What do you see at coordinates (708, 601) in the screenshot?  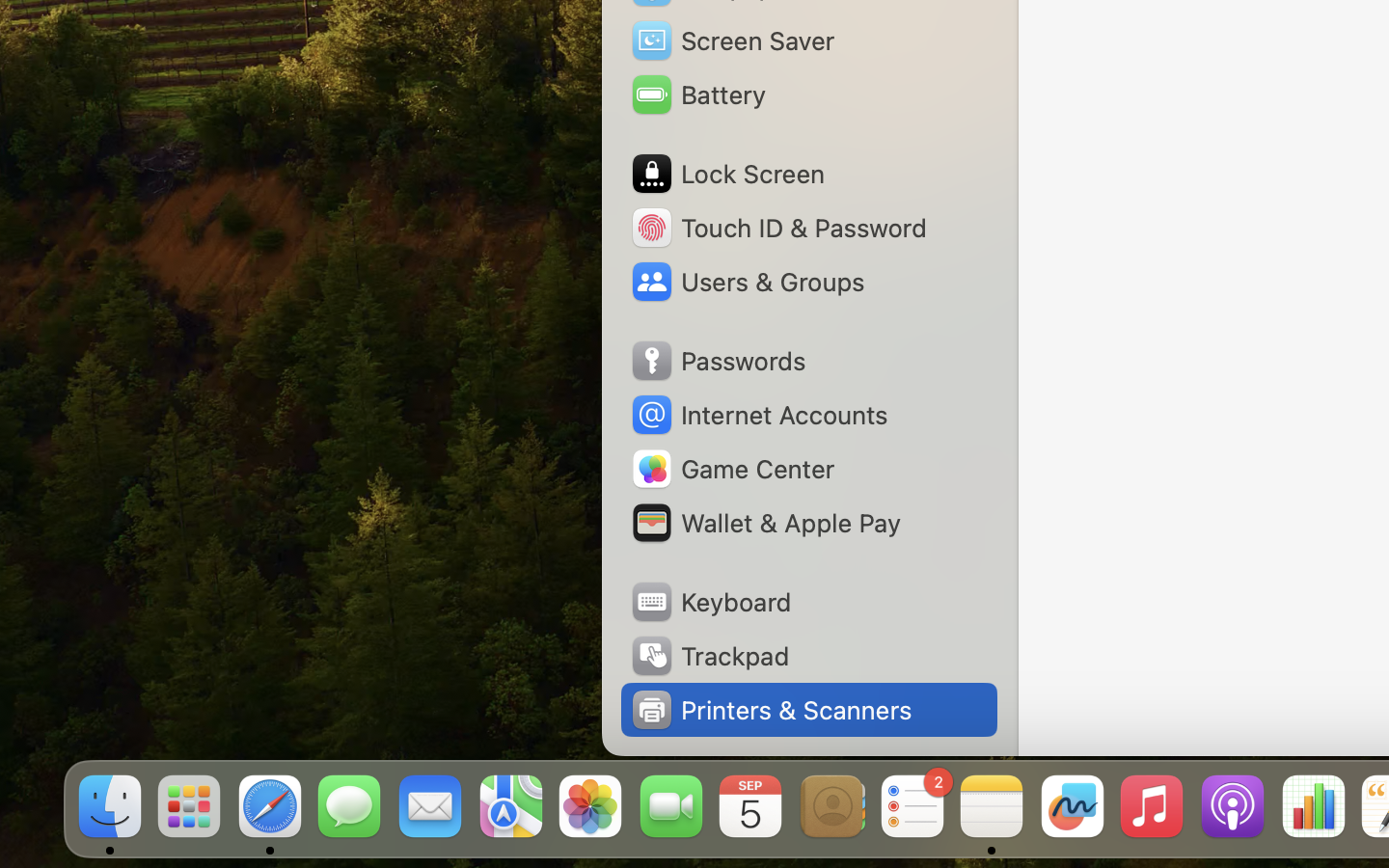 I see `'Keyboard'` at bounding box center [708, 601].